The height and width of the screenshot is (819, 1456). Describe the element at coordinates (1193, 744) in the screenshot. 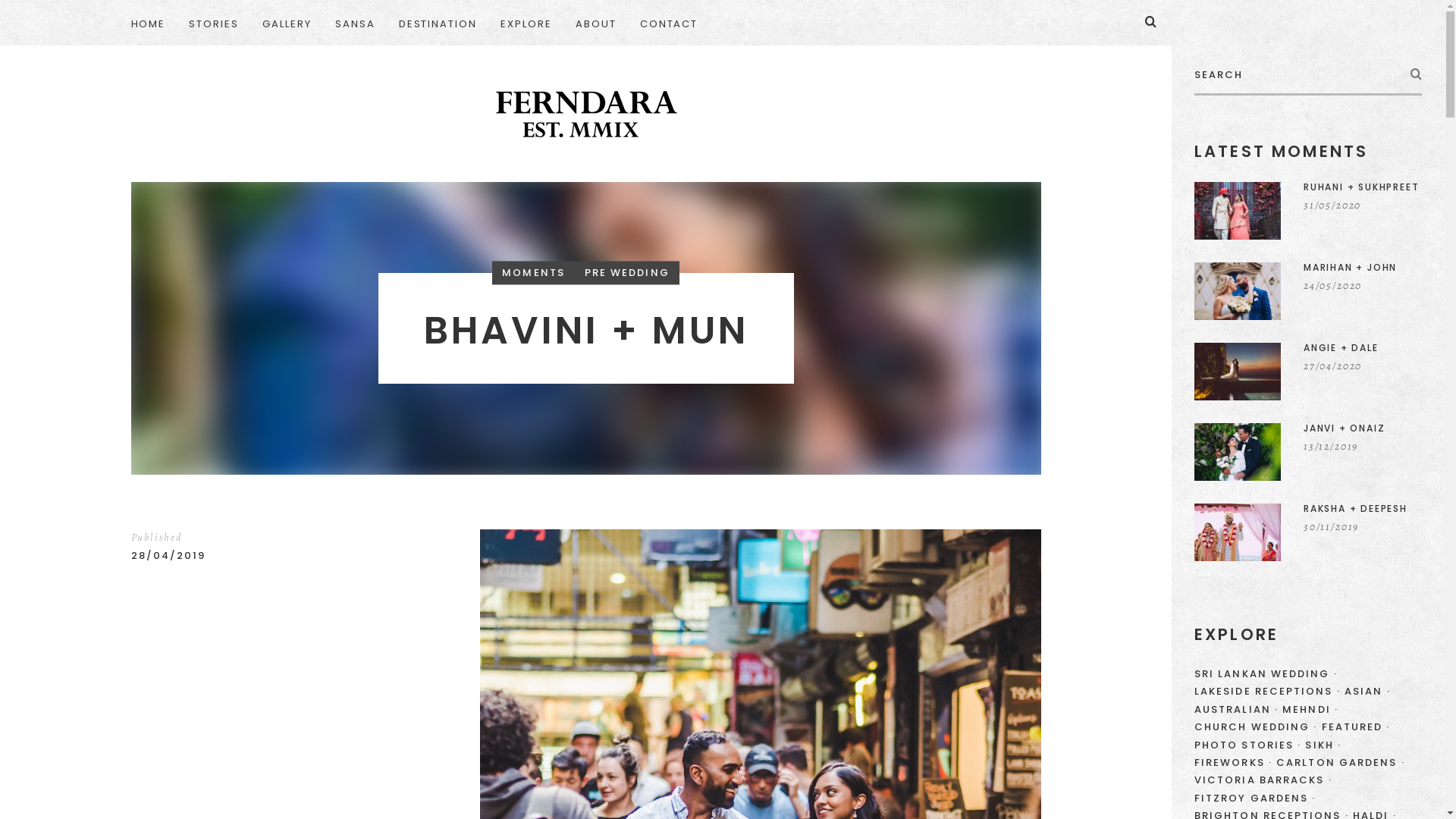

I see `'PHOTO STORIES'` at that location.